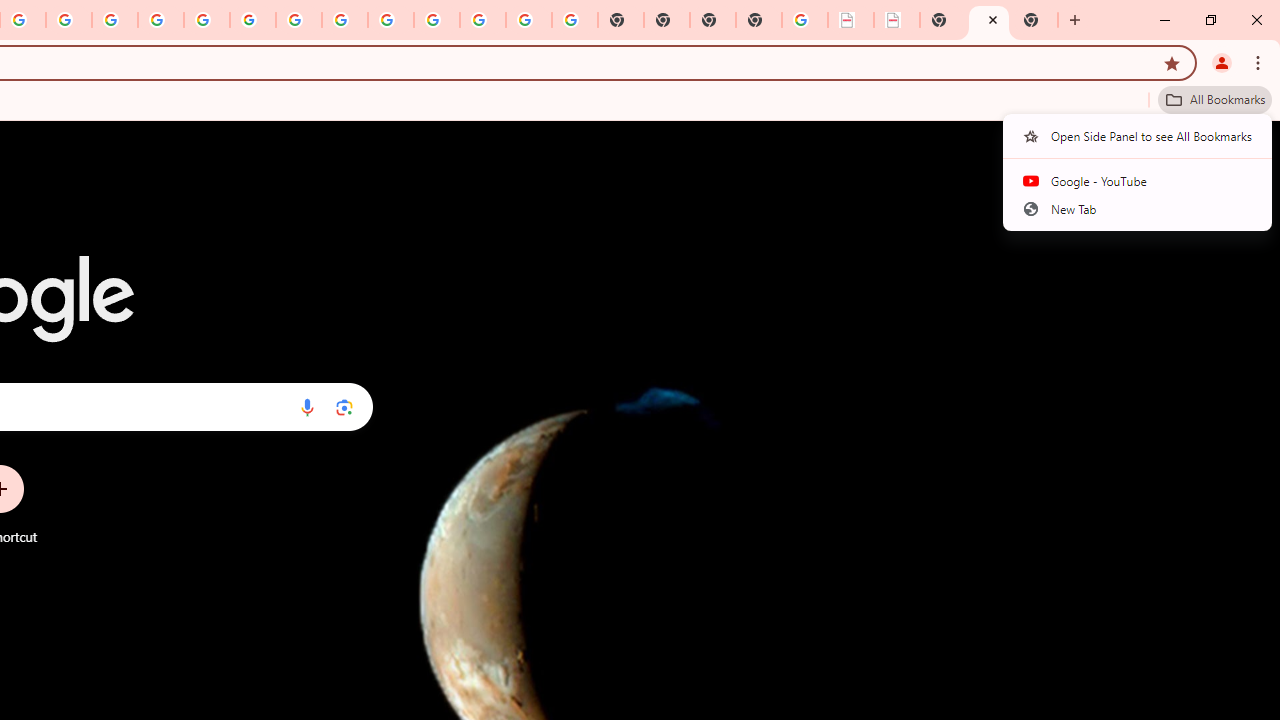 The image size is (1280, 720). I want to click on 'BAE Systems Brasil | BAE Systems', so click(896, 20).